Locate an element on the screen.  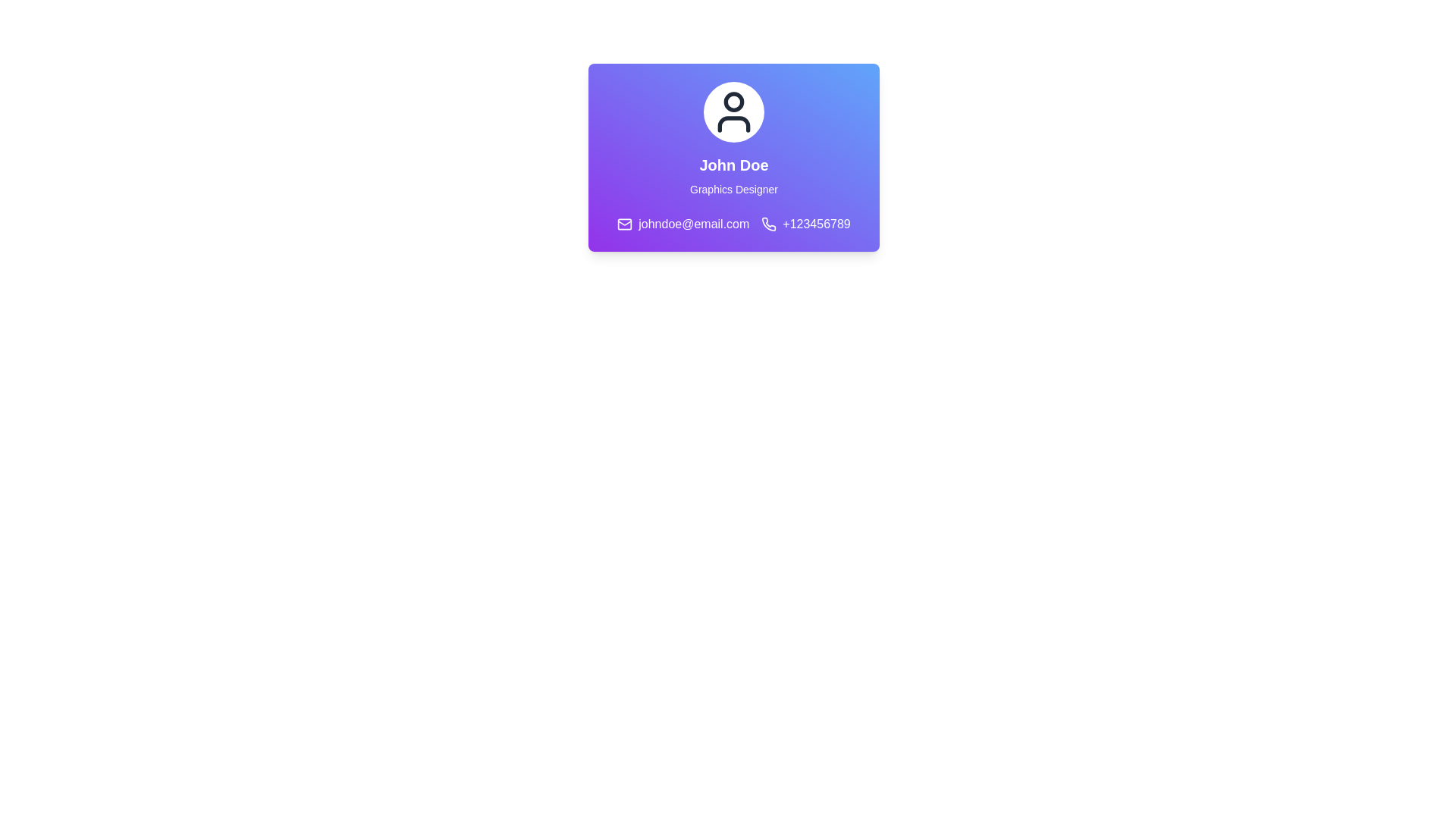
the Text Display with Icon that shows the phone number '+123456789' displayed in white text on a gradient purple background, located to the right of the email address 'johndoe@email.com' is located at coordinates (805, 224).